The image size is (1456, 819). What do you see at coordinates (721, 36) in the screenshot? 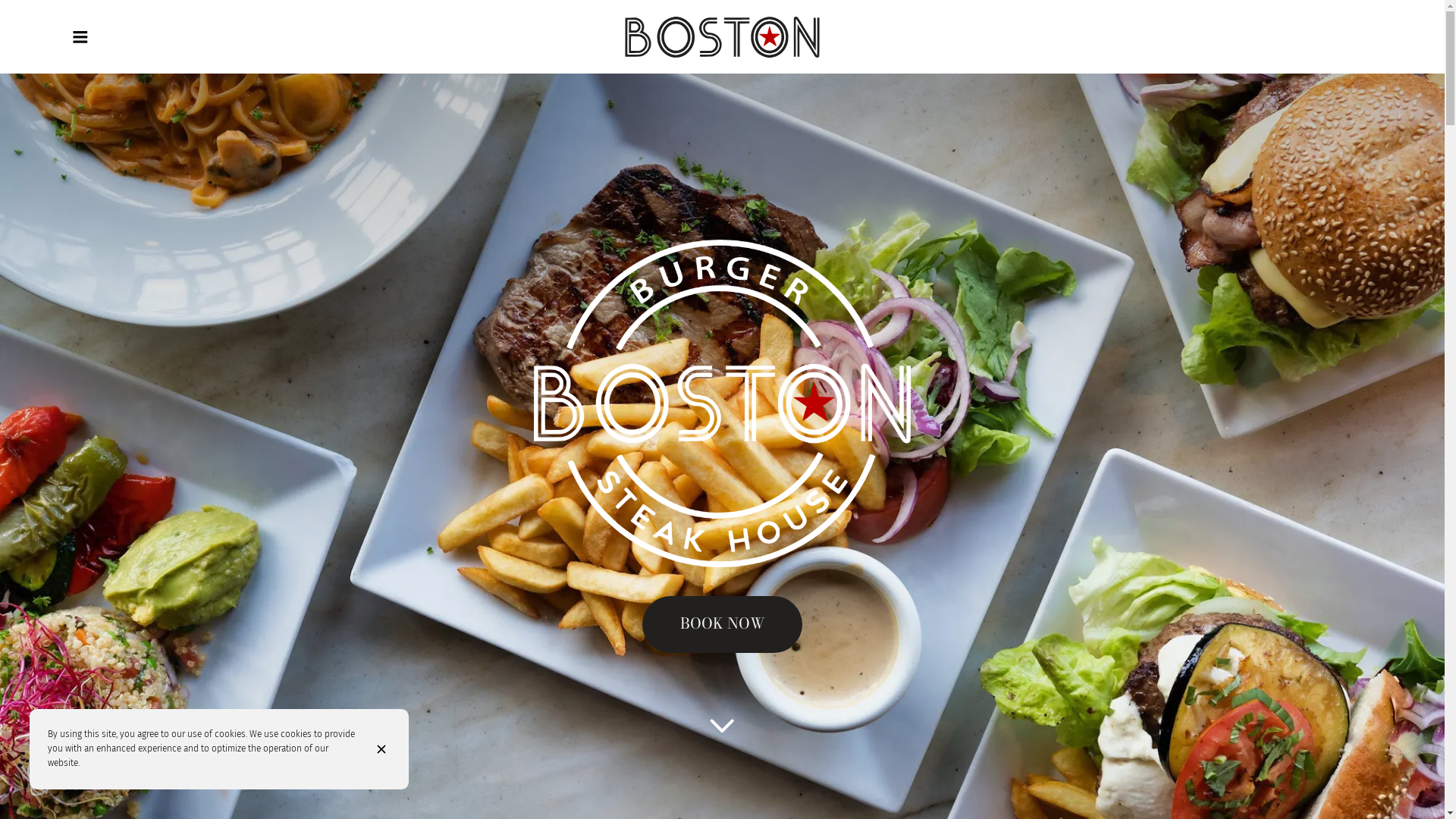
I see `'Logo of Boston Steak House'` at bounding box center [721, 36].